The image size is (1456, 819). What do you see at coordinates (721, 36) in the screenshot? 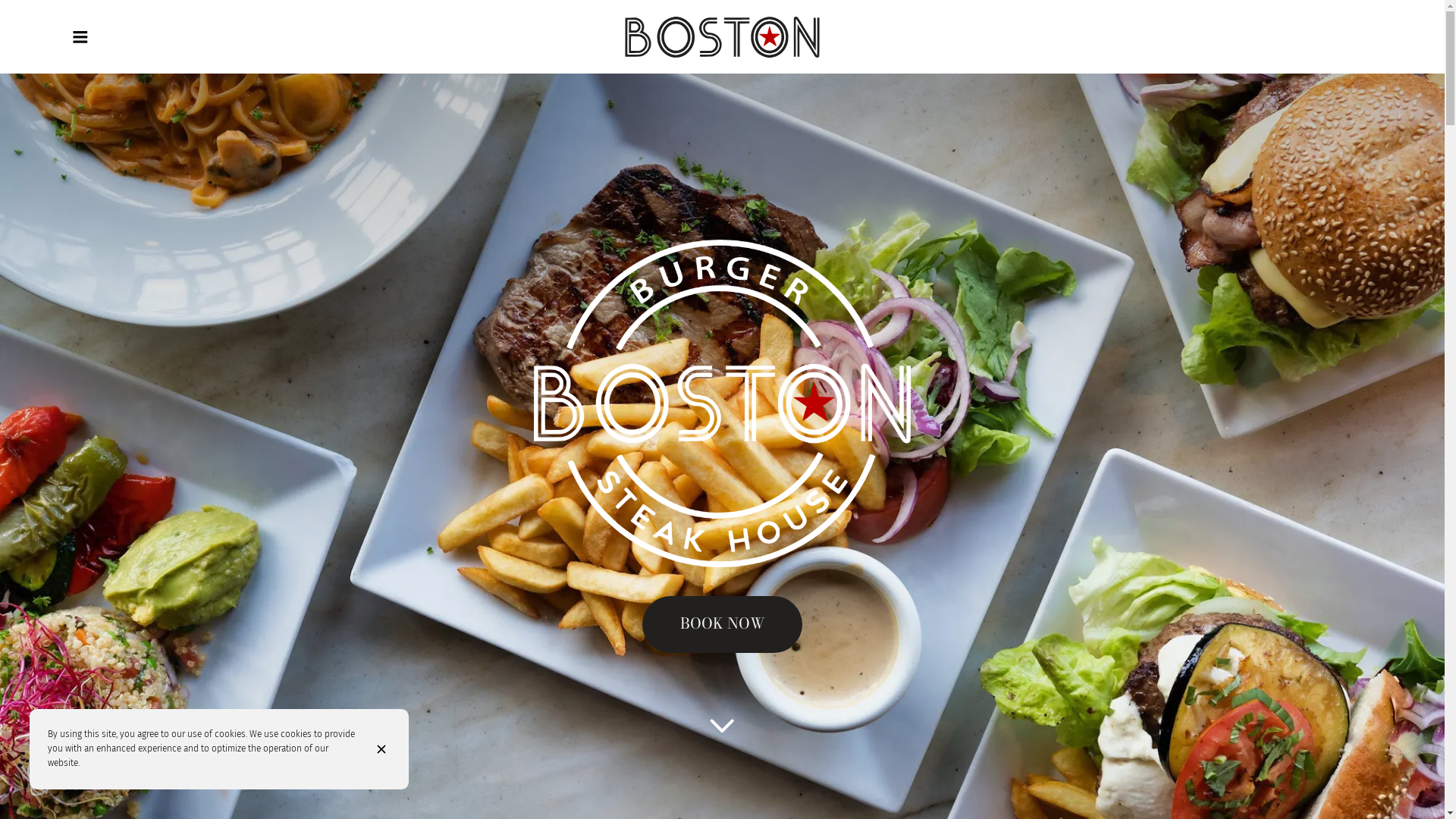
I see `'Logo of Boston Steak House'` at bounding box center [721, 36].